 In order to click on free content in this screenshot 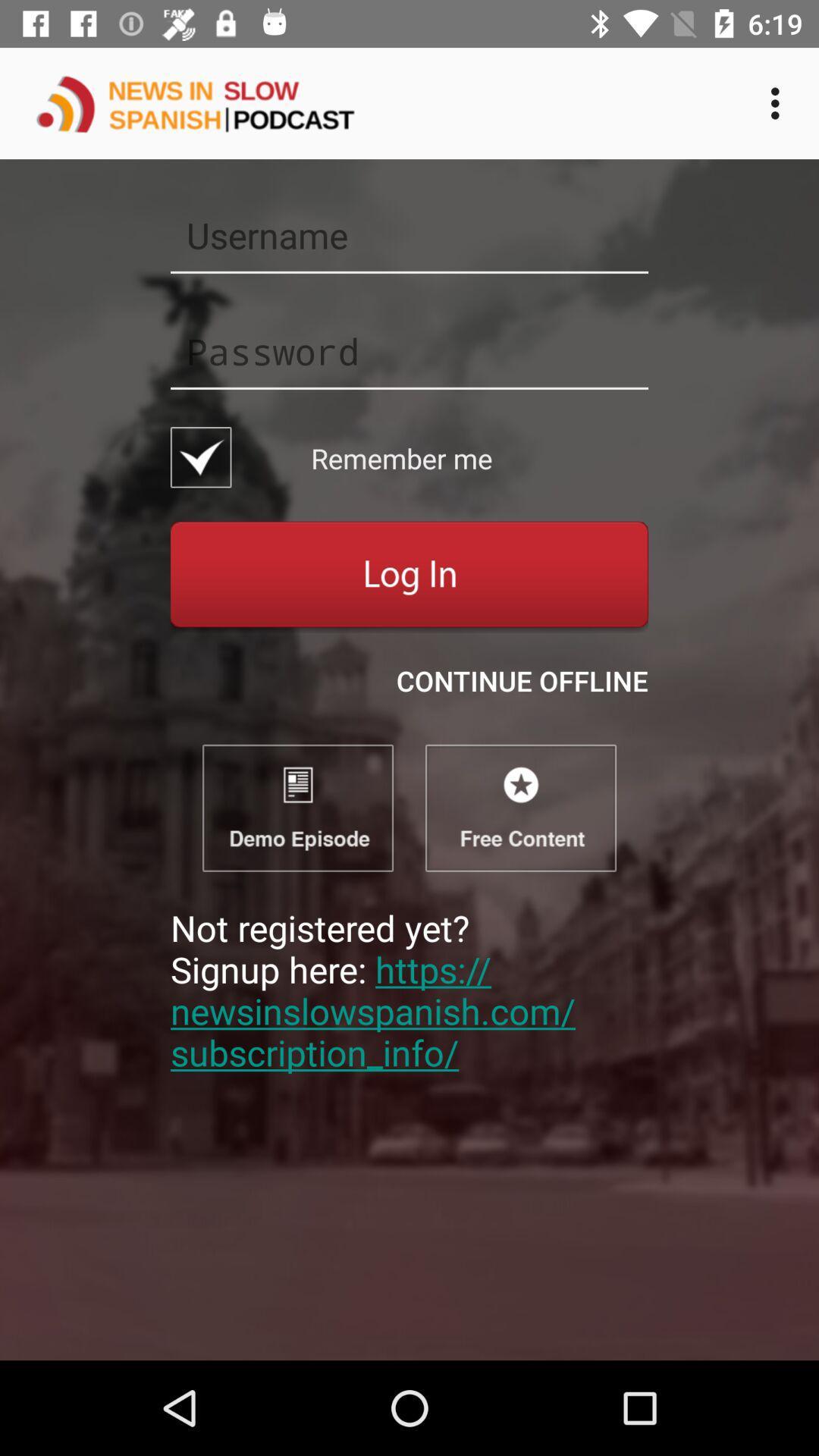, I will do `click(519, 807)`.